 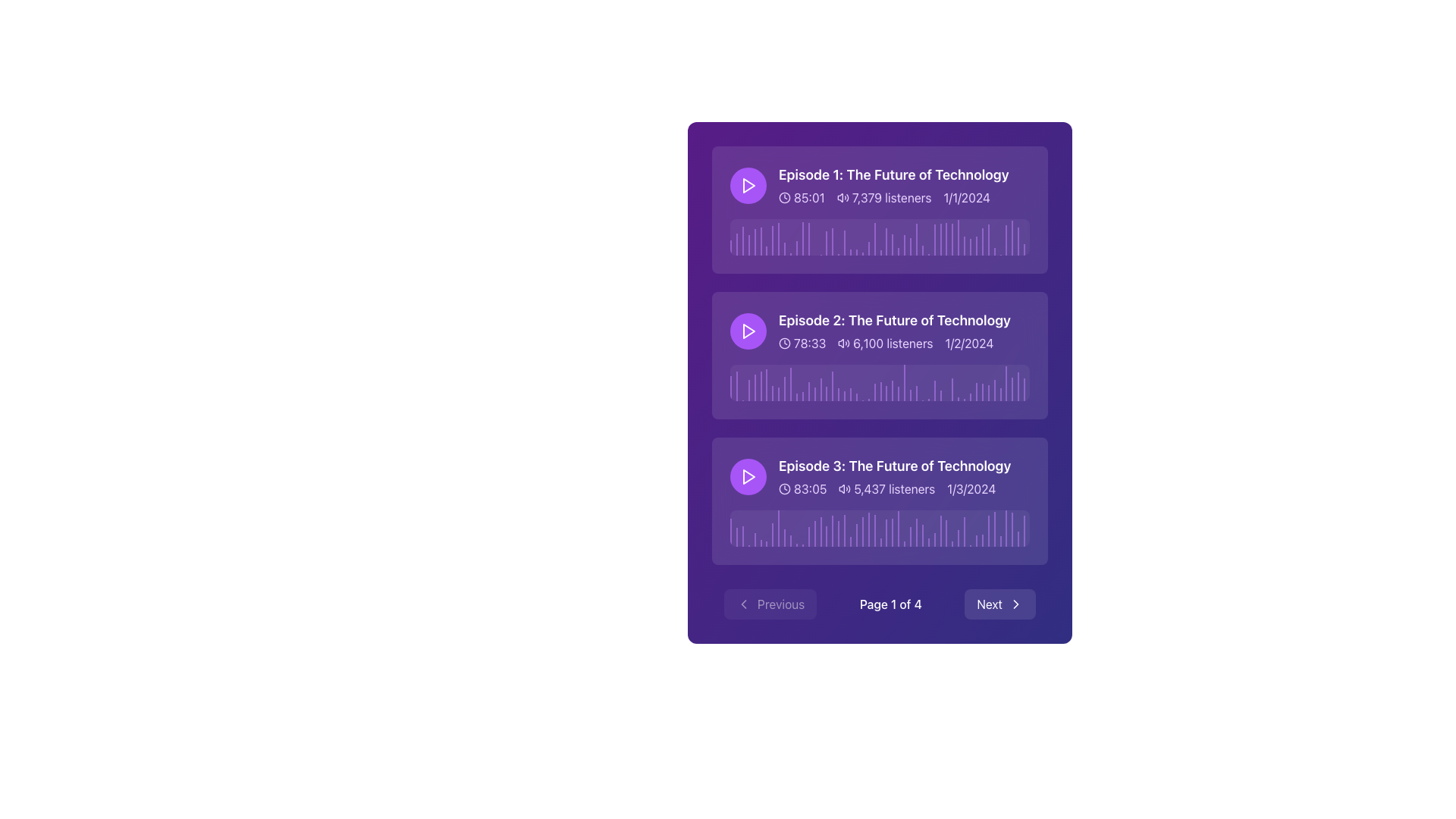 What do you see at coordinates (1012, 529) in the screenshot?
I see `the 50th vertical segment of the progress bar located in the bottom section of the third card, which is colored with a blend of purple and red` at bounding box center [1012, 529].